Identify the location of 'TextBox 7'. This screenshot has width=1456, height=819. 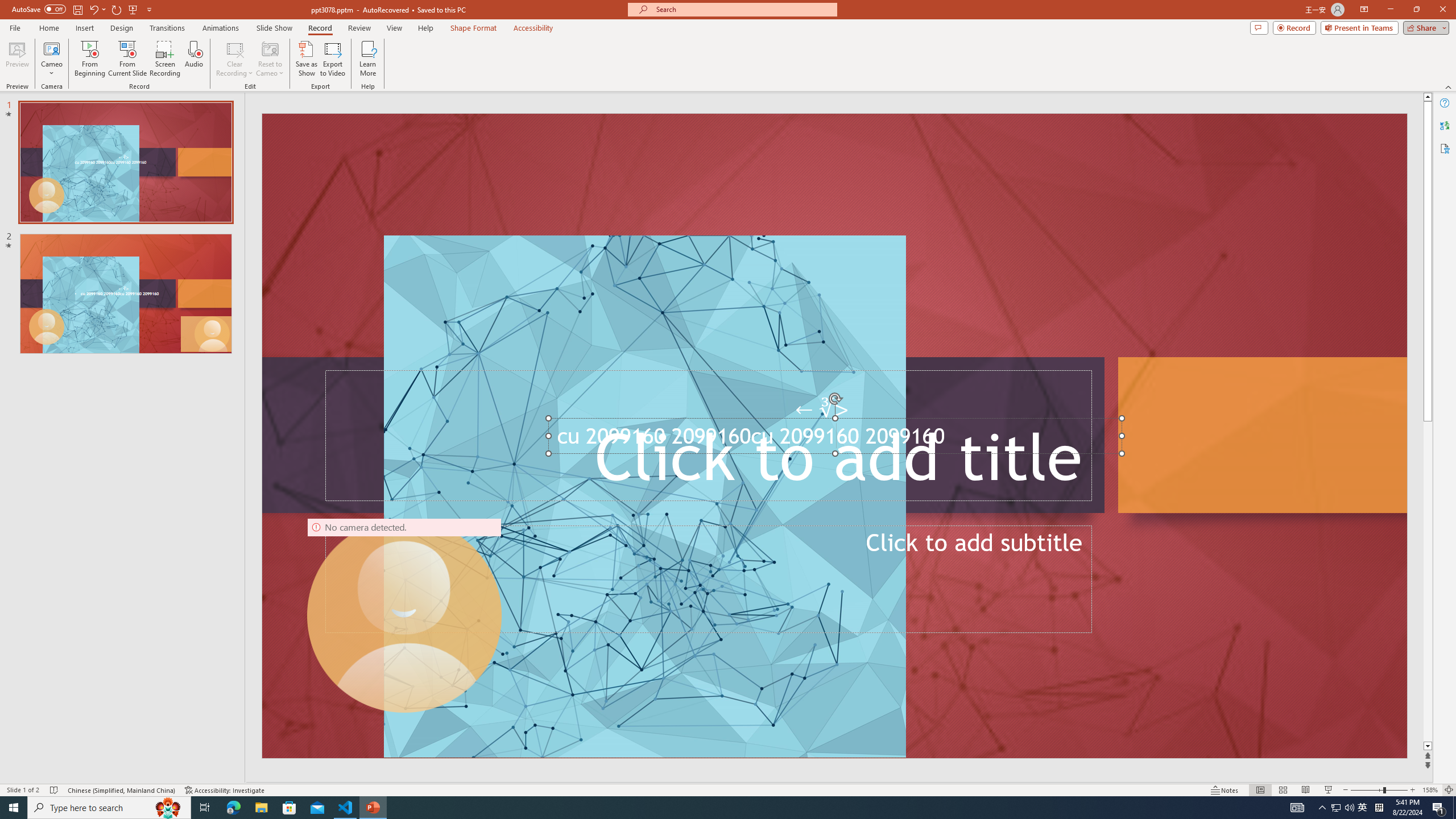
(822, 409).